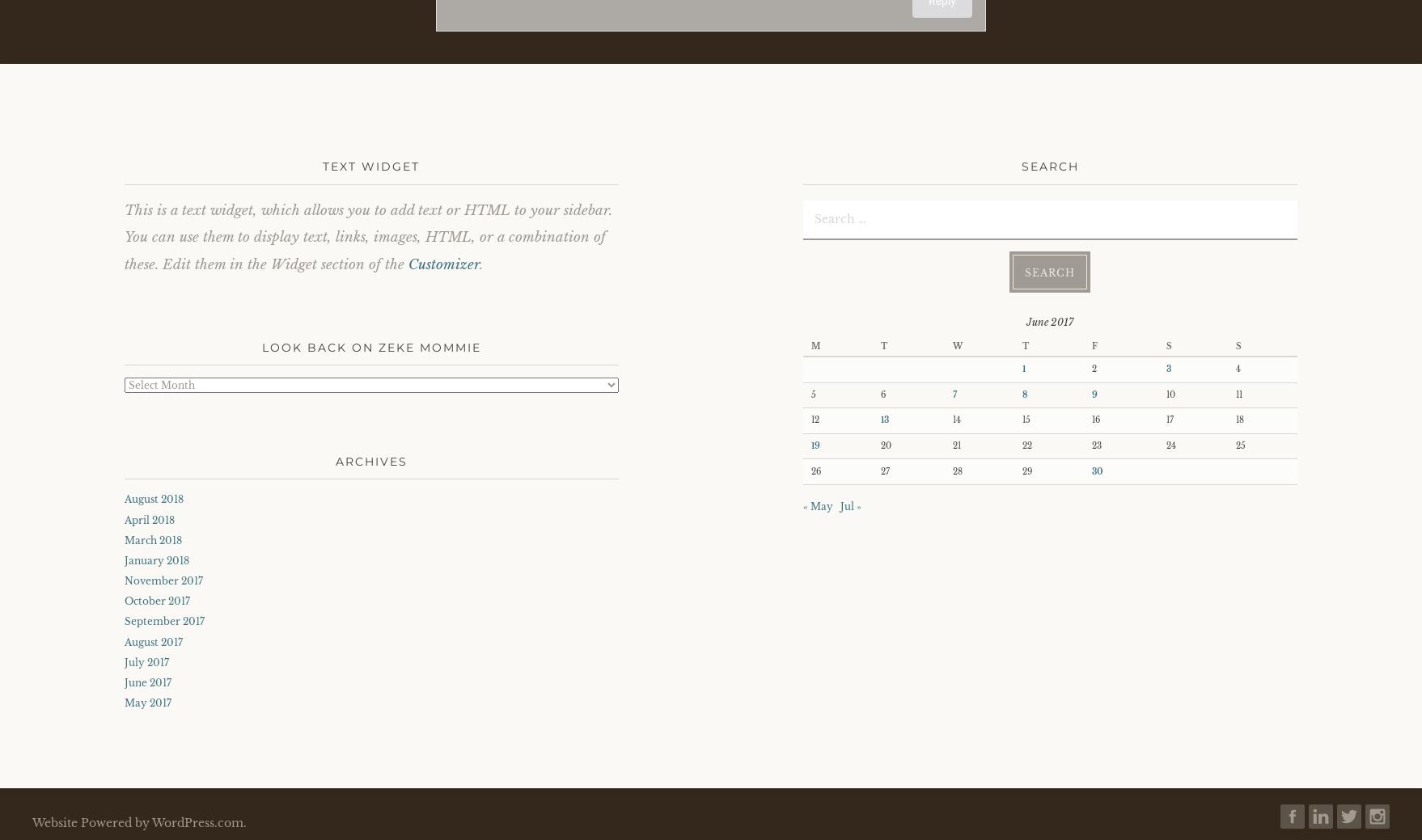  Describe the element at coordinates (1093, 368) in the screenshot. I see `'2'` at that location.